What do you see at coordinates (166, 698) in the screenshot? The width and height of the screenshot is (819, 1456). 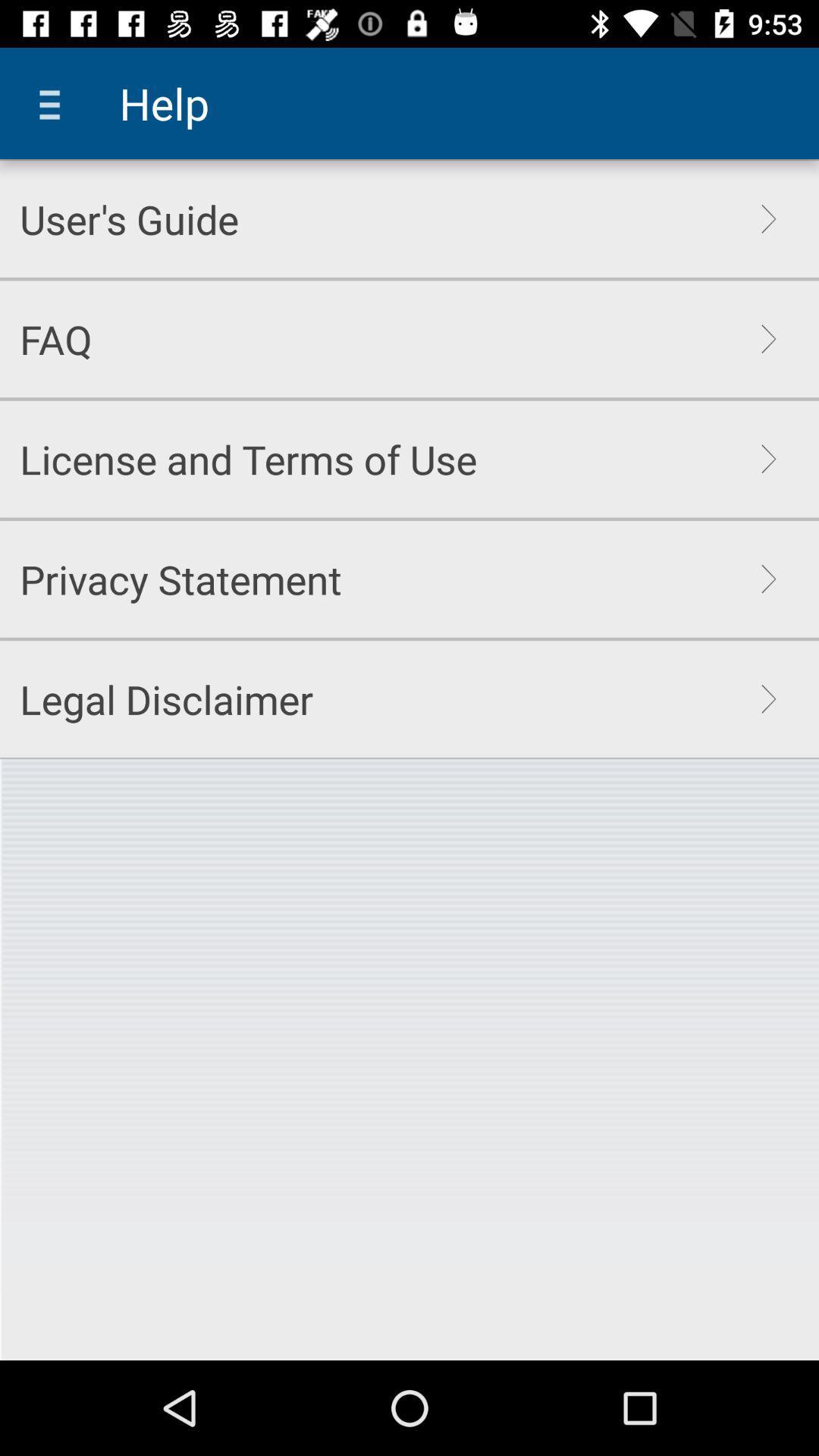 I see `the item below the privacy statement item` at bounding box center [166, 698].